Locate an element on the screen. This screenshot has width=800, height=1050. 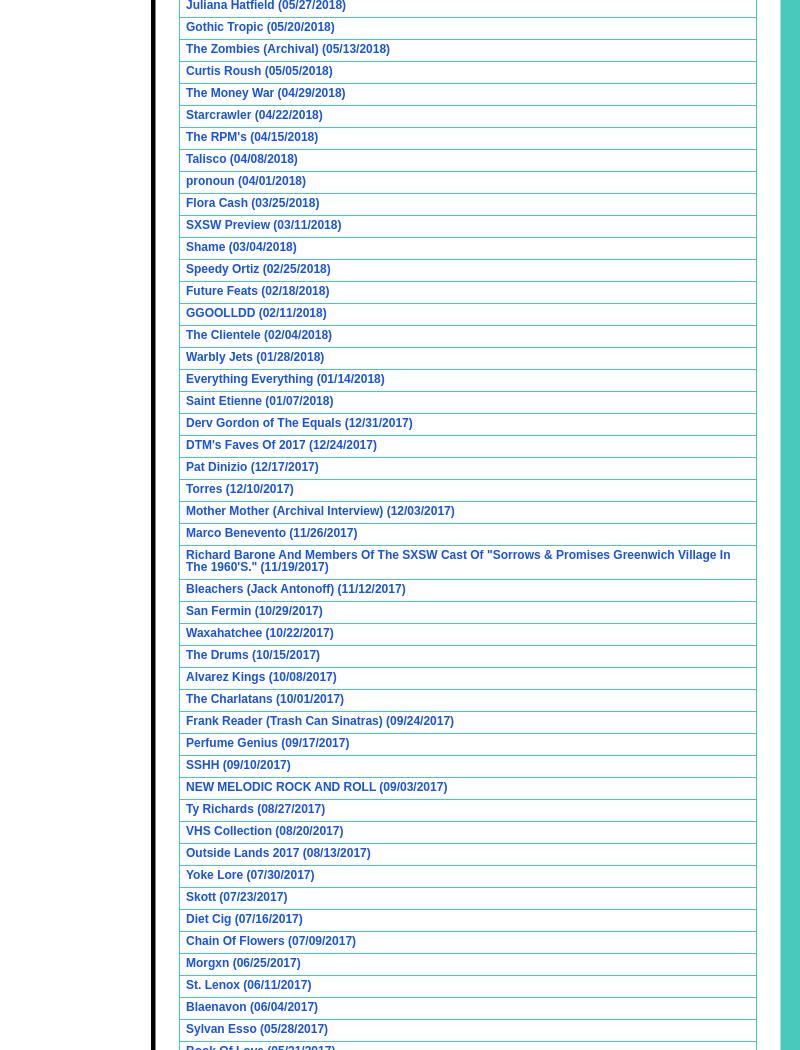
'Shame (03/04/2018)' is located at coordinates (240, 246).